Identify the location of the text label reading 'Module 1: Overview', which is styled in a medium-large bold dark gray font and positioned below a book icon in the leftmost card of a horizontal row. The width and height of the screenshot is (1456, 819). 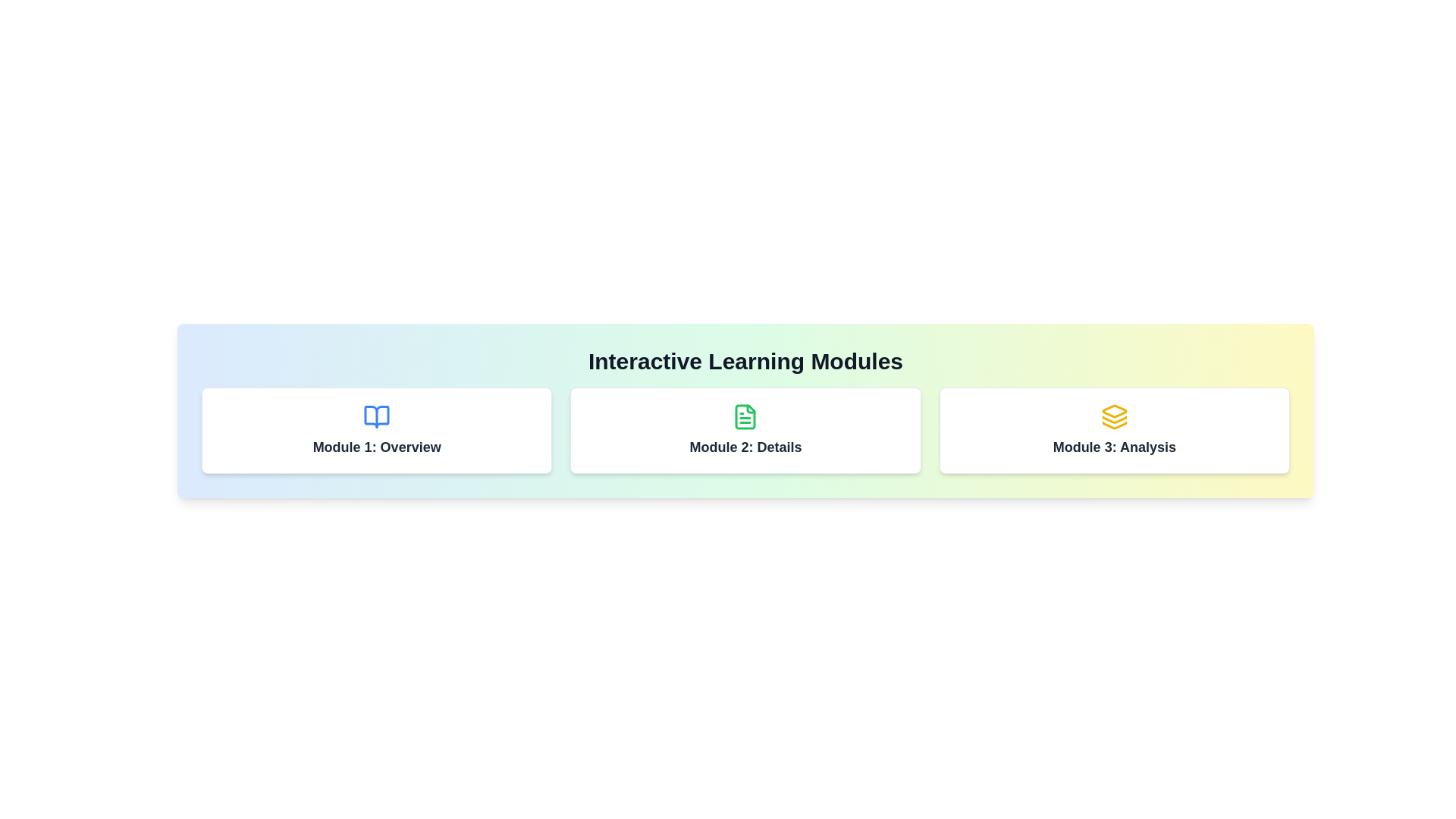
(377, 447).